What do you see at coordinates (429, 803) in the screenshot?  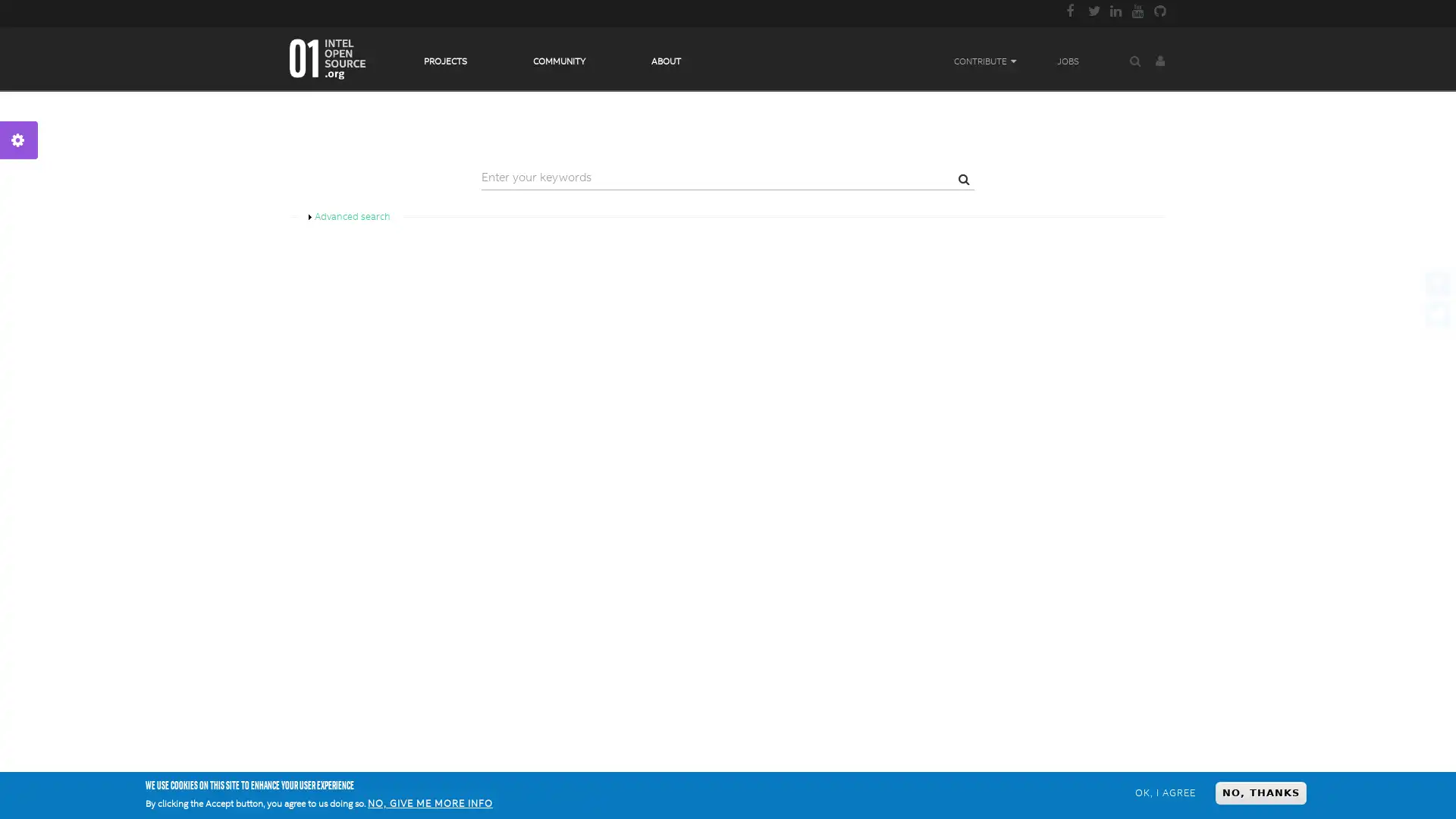 I see `NO, GIVE ME MORE INFO` at bounding box center [429, 803].